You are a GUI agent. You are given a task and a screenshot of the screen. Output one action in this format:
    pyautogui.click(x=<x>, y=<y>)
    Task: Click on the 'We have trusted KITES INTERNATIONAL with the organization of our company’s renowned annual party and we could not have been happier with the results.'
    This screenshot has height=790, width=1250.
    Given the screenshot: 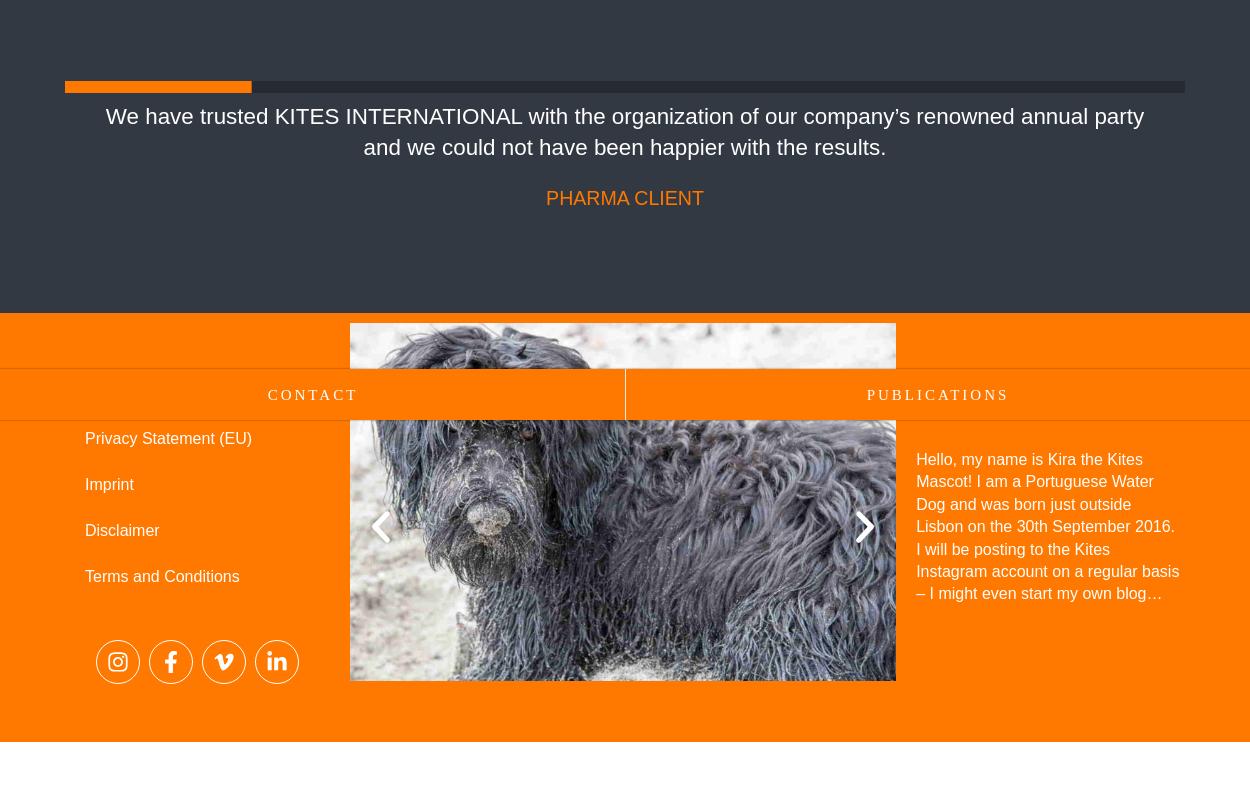 What is the action you would take?
    pyautogui.click(x=104, y=131)
    